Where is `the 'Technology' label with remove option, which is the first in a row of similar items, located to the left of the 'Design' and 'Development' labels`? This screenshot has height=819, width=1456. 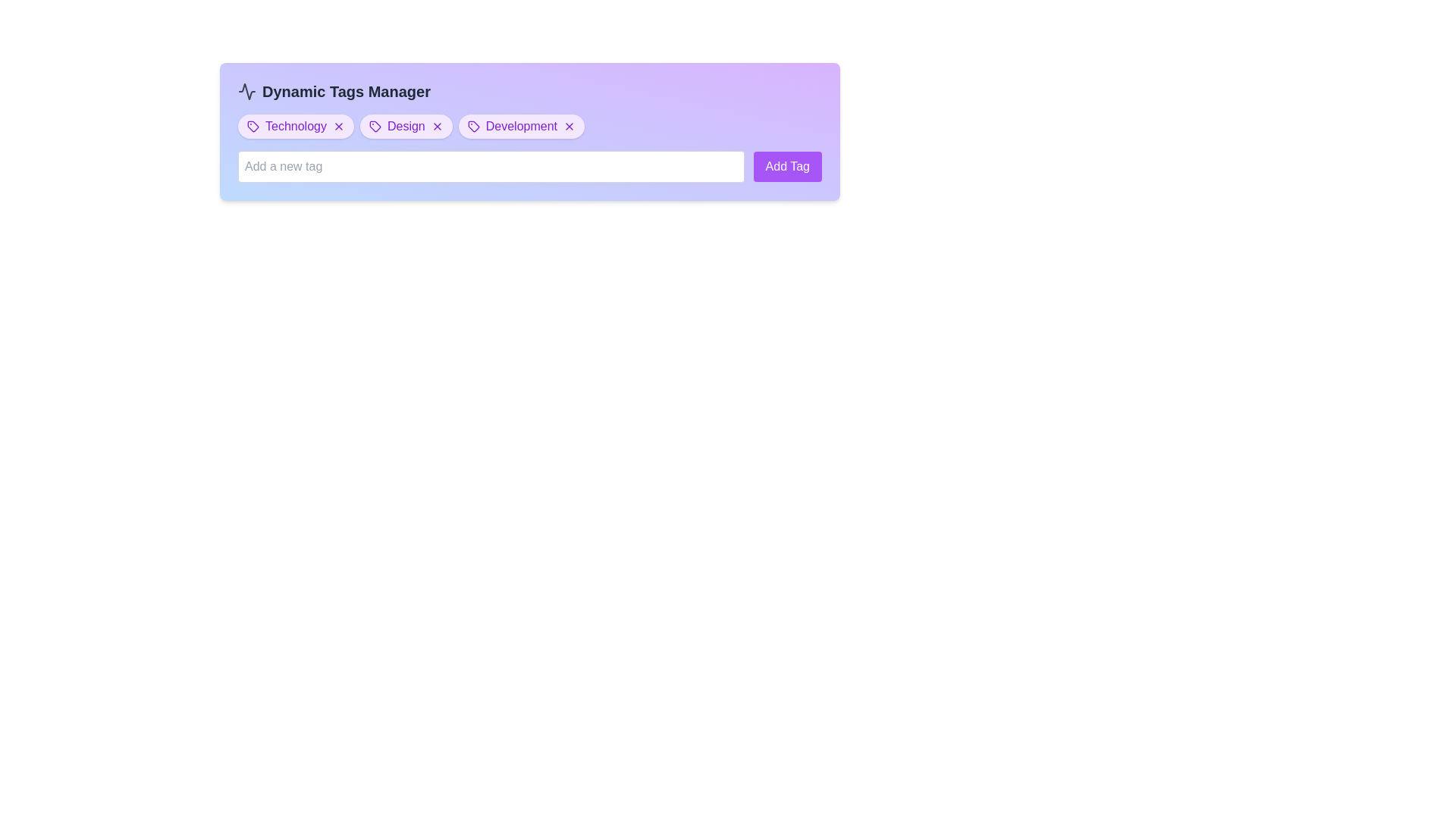
the 'Technology' label with remove option, which is the first in a row of similar items, located to the left of the 'Design' and 'Development' labels is located at coordinates (296, 125).